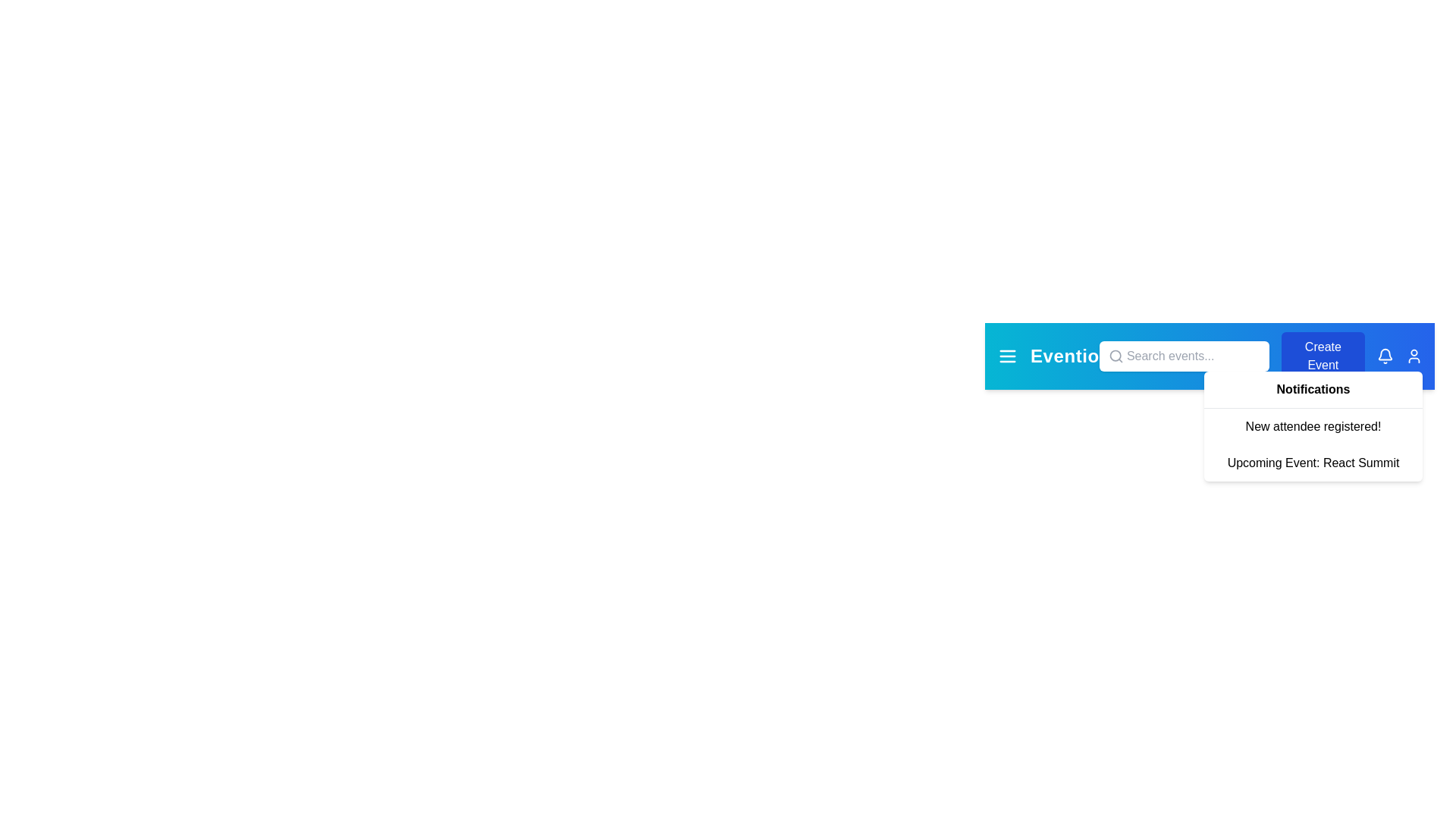 This screenshot has height=819, width=1456. I want to click on the 'Create Event' button to initiate the process of creating a new event, so click(1322, 356).